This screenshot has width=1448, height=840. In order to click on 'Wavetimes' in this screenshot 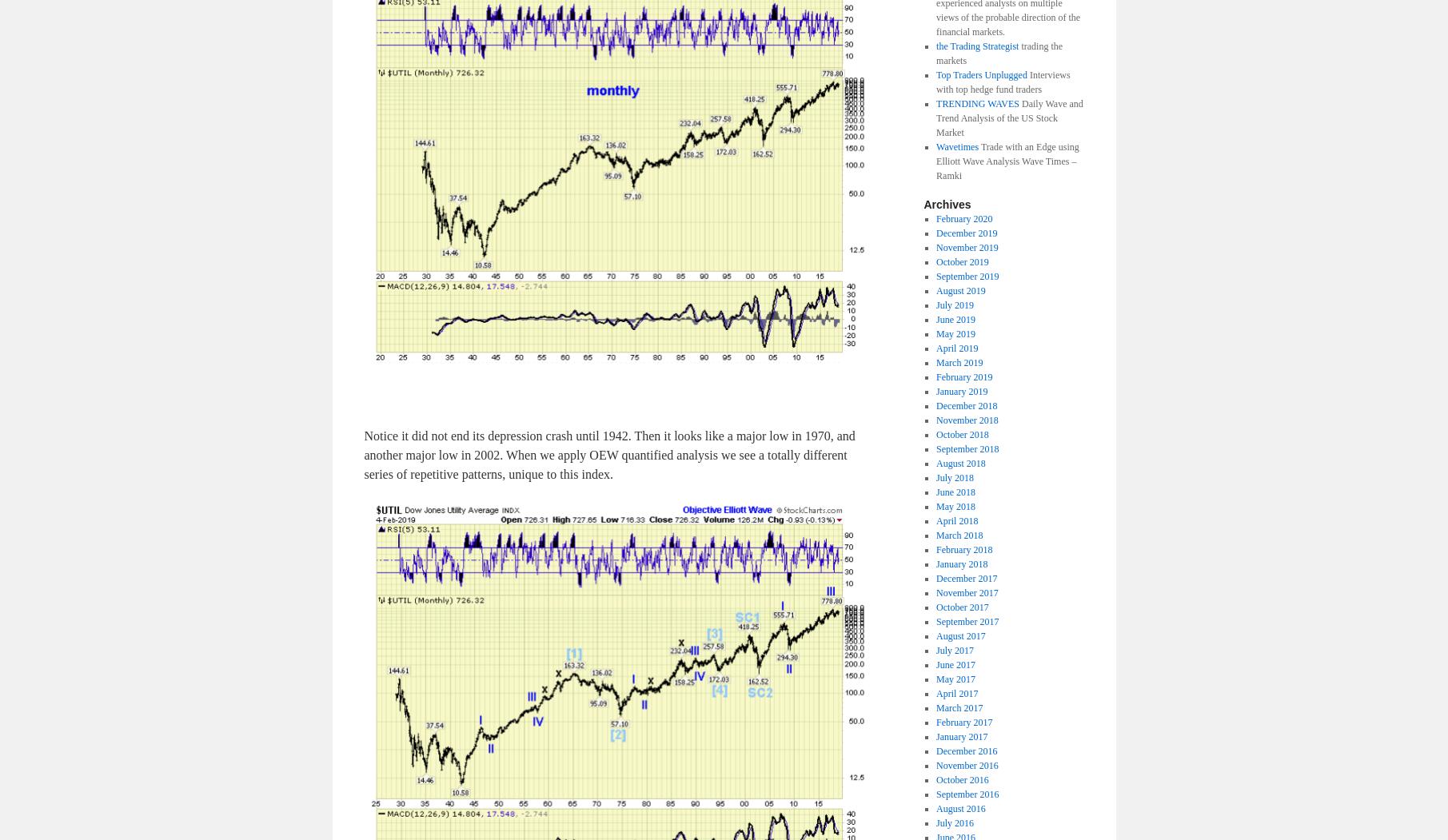, I will do `click(956, 145)`.